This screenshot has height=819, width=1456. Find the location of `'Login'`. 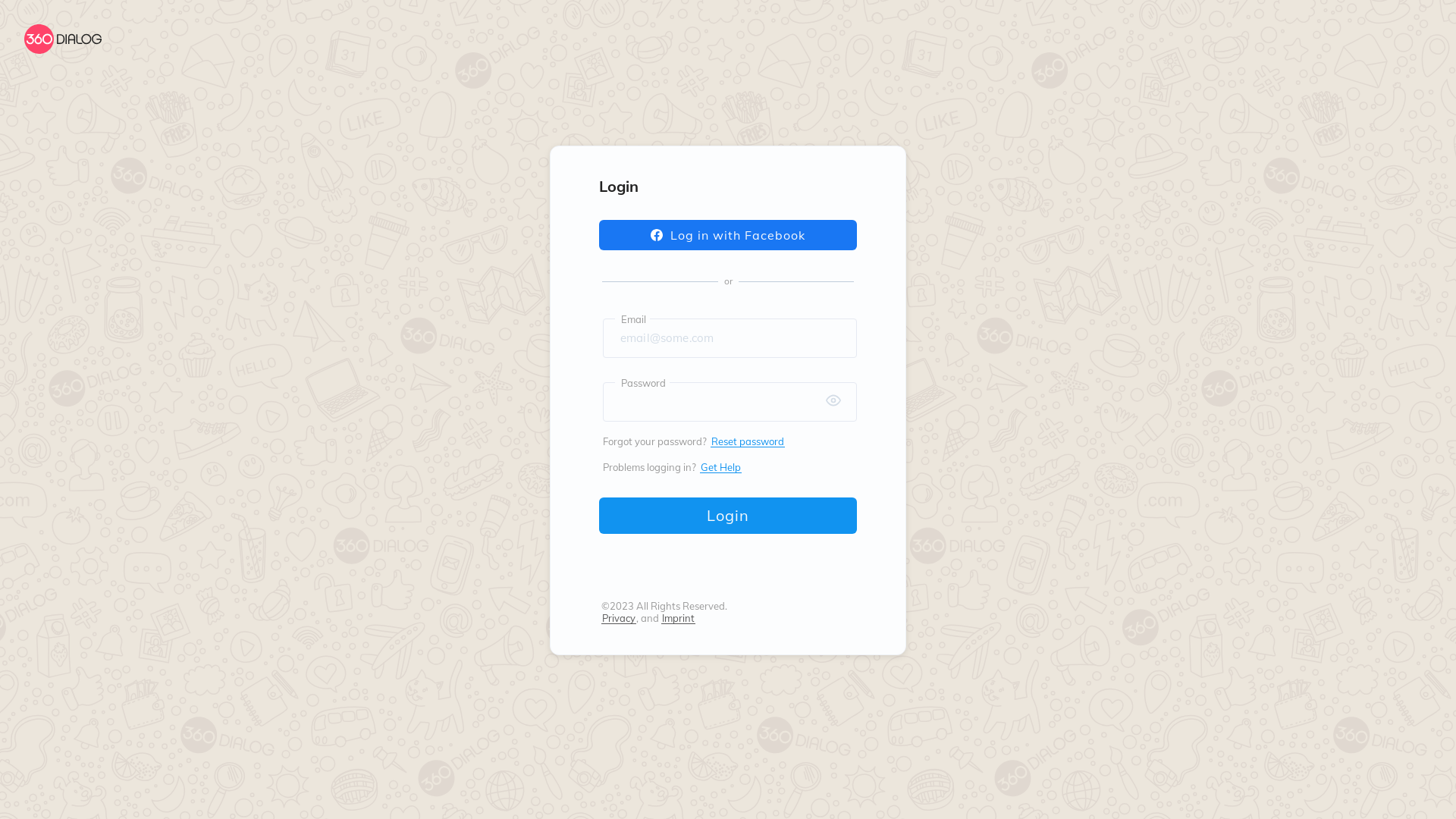

'Login' is located at coordinates (728, 514).